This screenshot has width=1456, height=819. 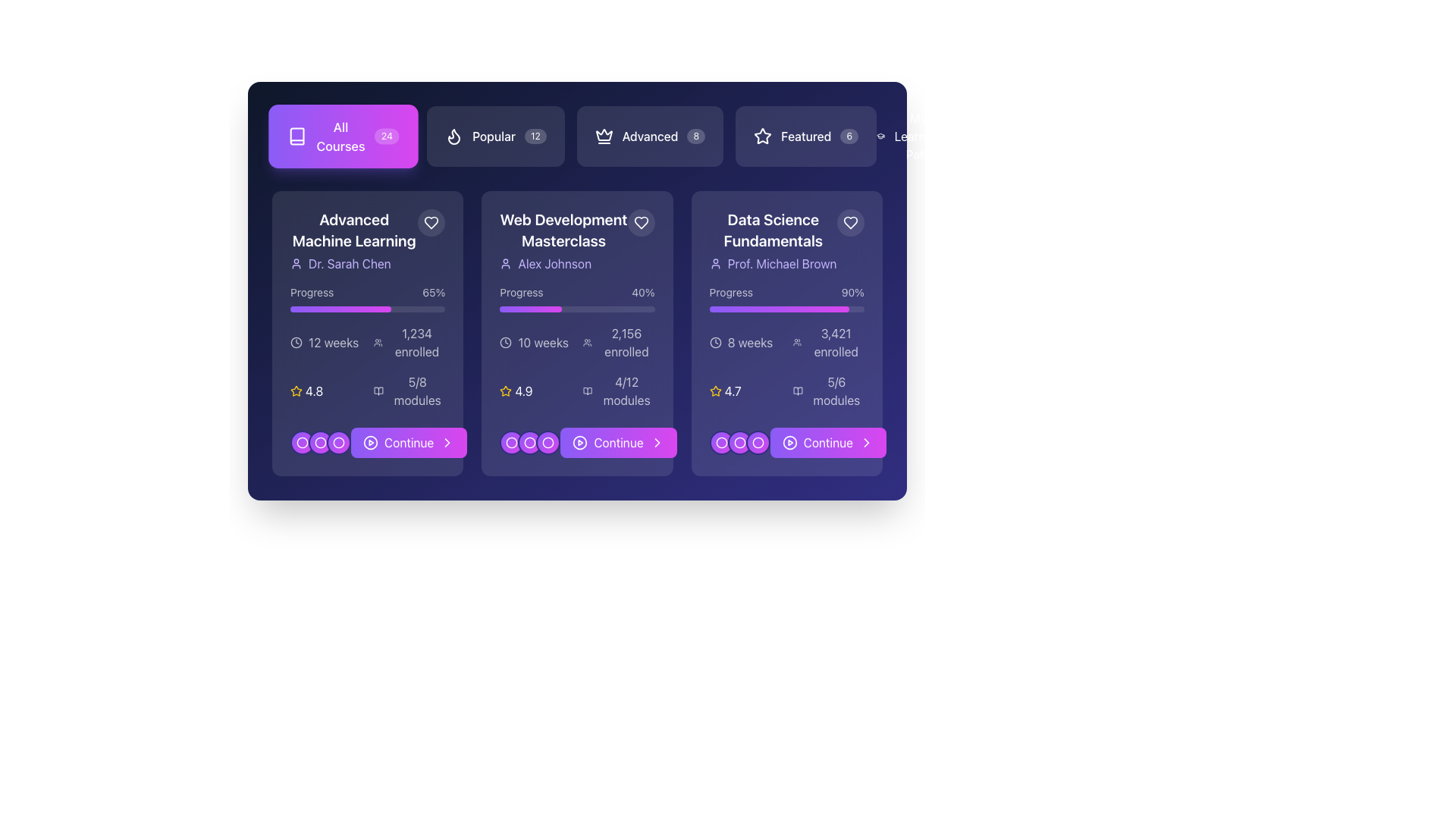 I want to click on the open book icon that is part of the '5/8 modules' display, located to the left of the numeric text, at the top of the first card under the 'Advanced Machine Learning' course column, so click(x=378, y=391).